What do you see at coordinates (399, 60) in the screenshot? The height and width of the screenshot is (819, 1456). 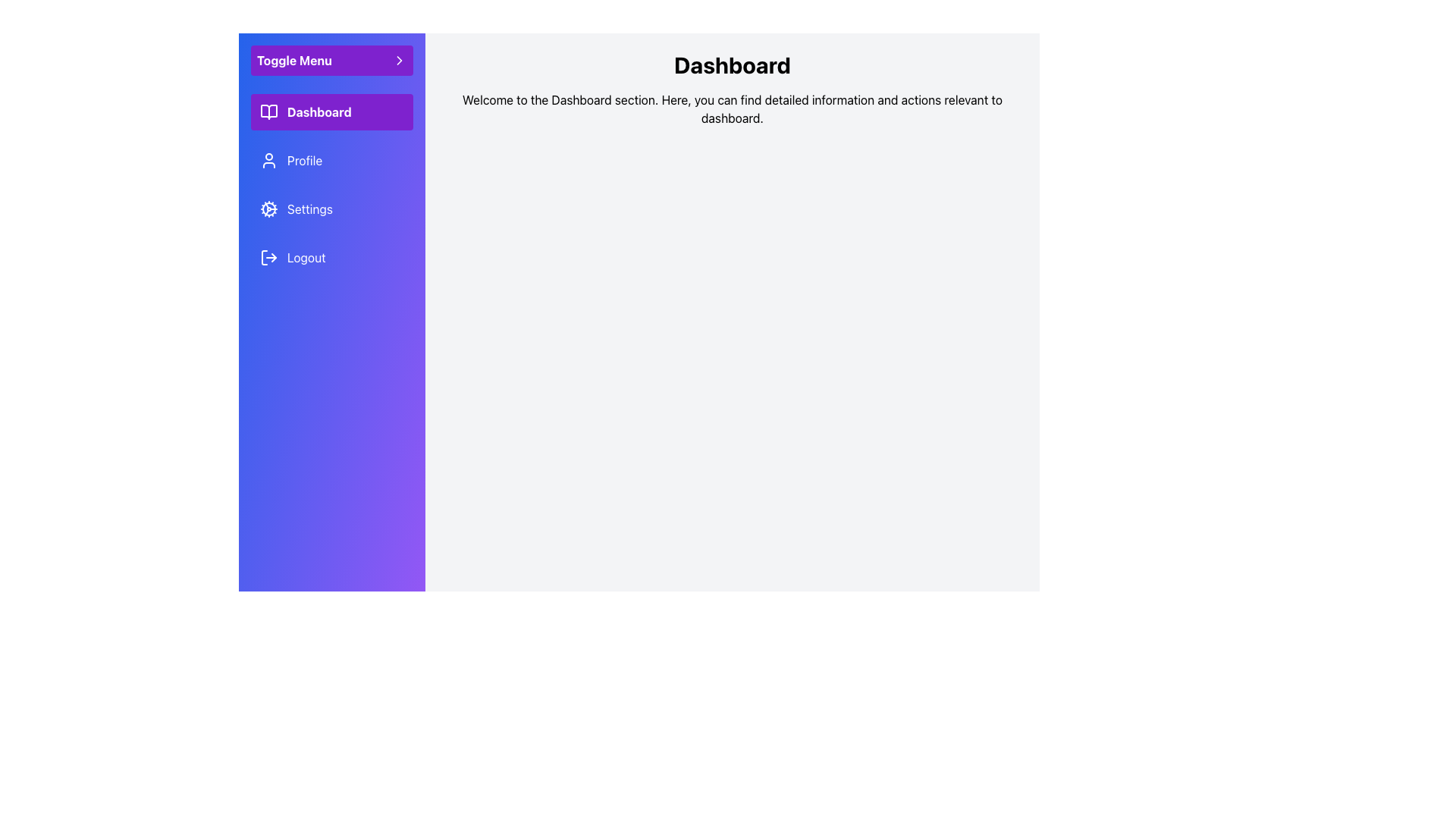 I see `the small triangular right-pointing chevron icon located in the sidebar, which serves as a directional indicator for the 'Toggle Menu' area` at bounding box center [399, 60].